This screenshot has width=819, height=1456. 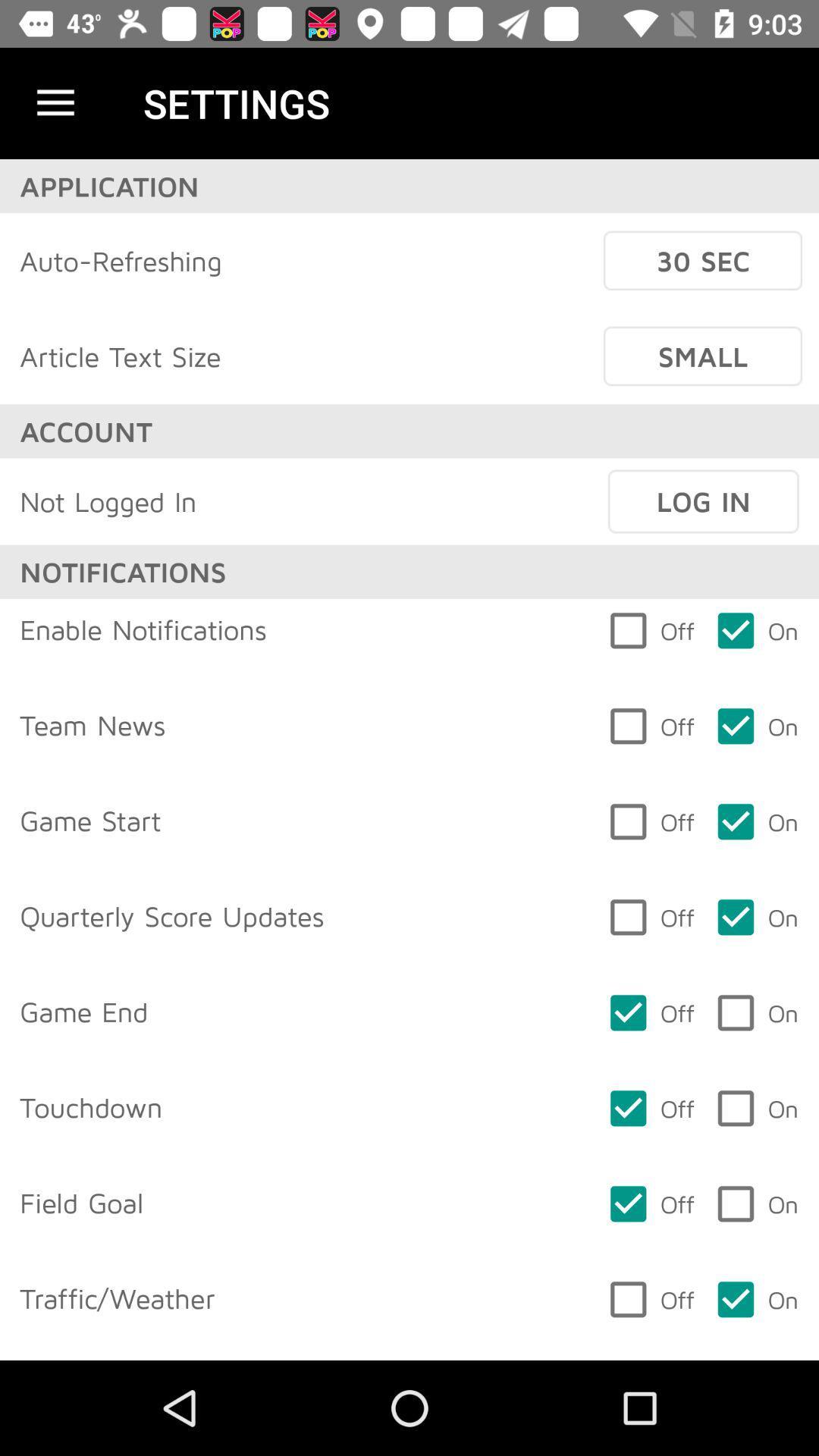 I want to click on icon next to not logged in icon, so click(x=703, y=501).